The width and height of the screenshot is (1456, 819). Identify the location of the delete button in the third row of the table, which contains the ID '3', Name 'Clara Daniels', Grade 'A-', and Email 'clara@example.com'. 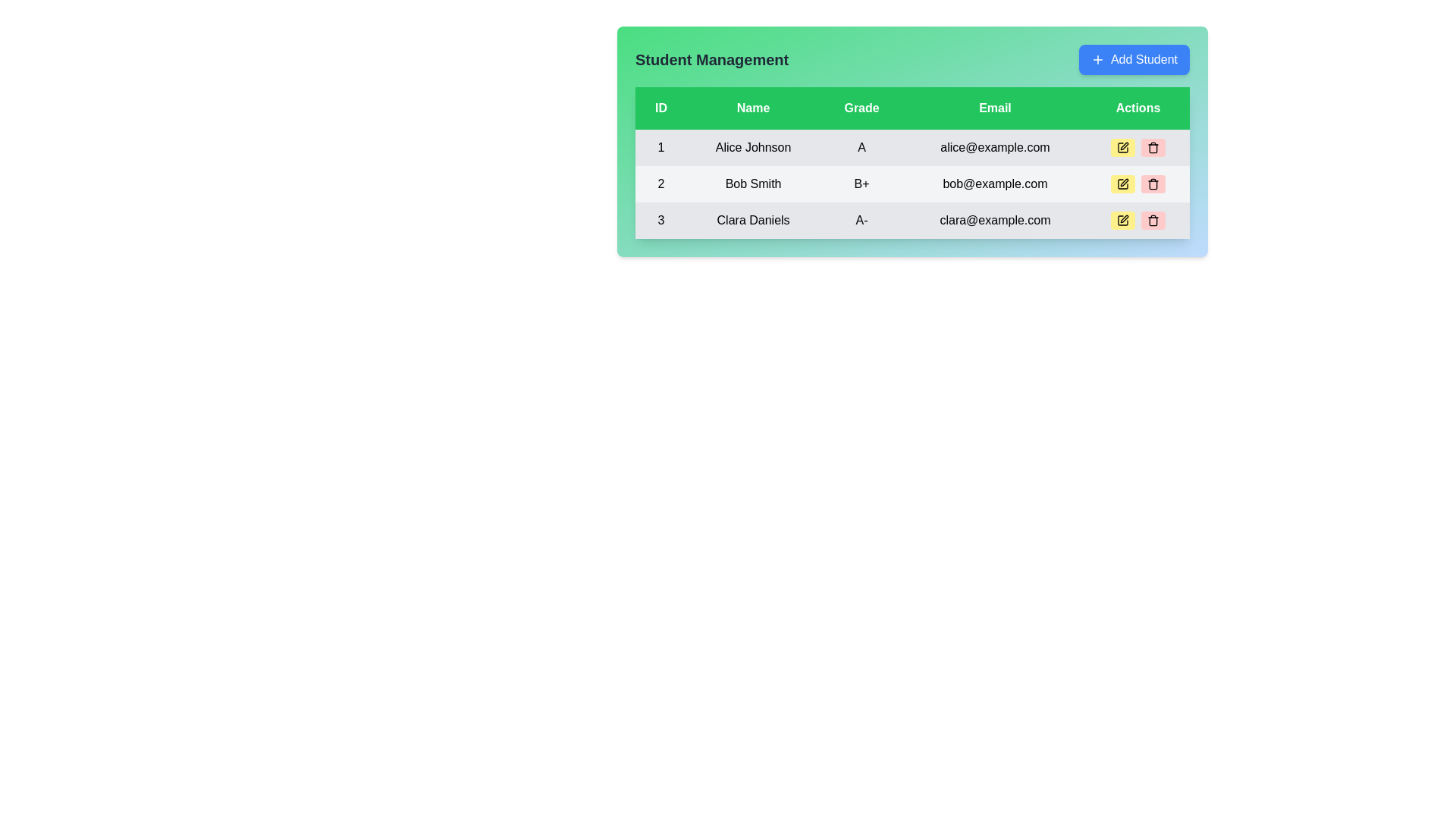
(912, 220).